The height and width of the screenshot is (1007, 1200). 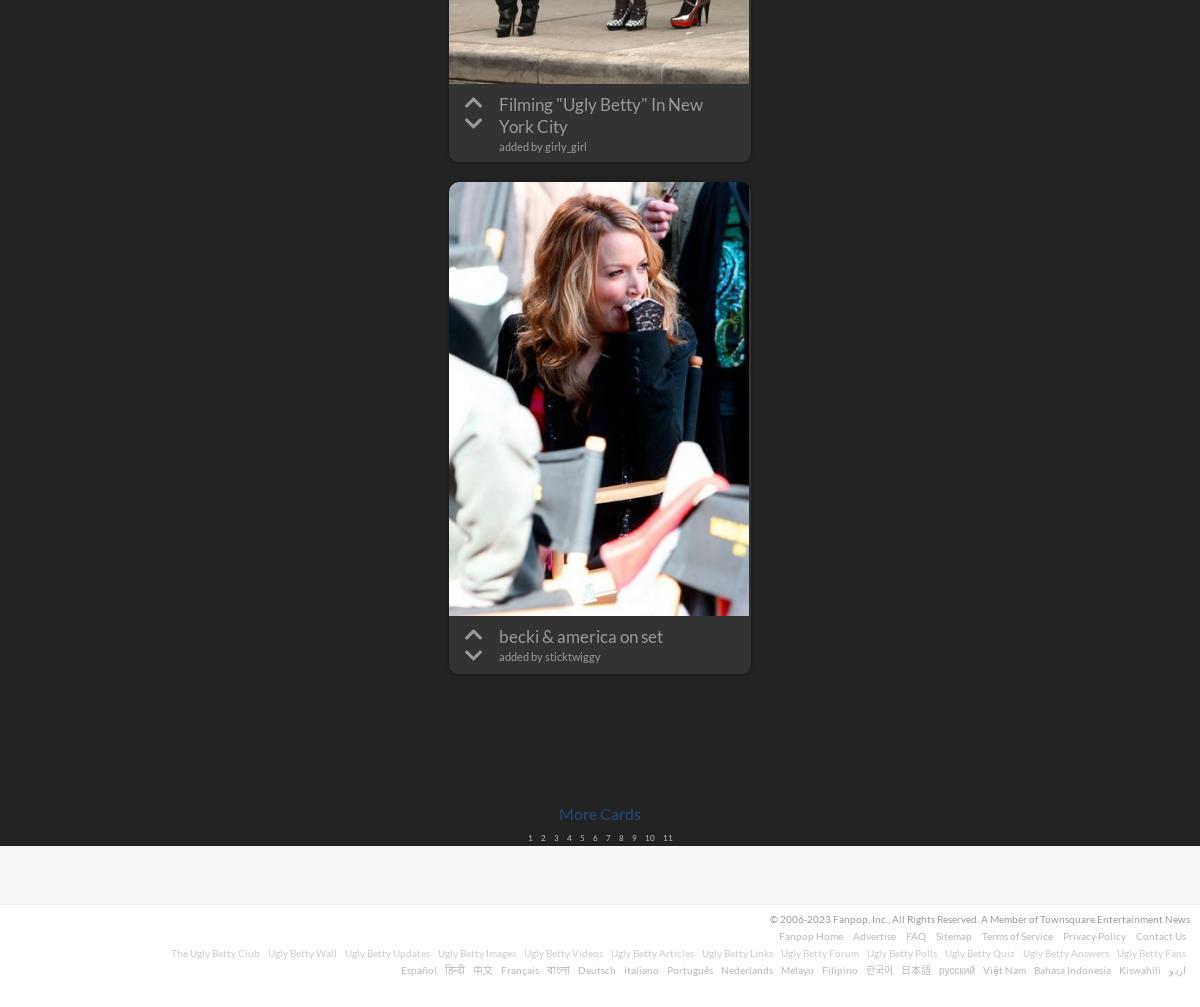 I want to click on 'Sitemap', so click(x=954, y=935).